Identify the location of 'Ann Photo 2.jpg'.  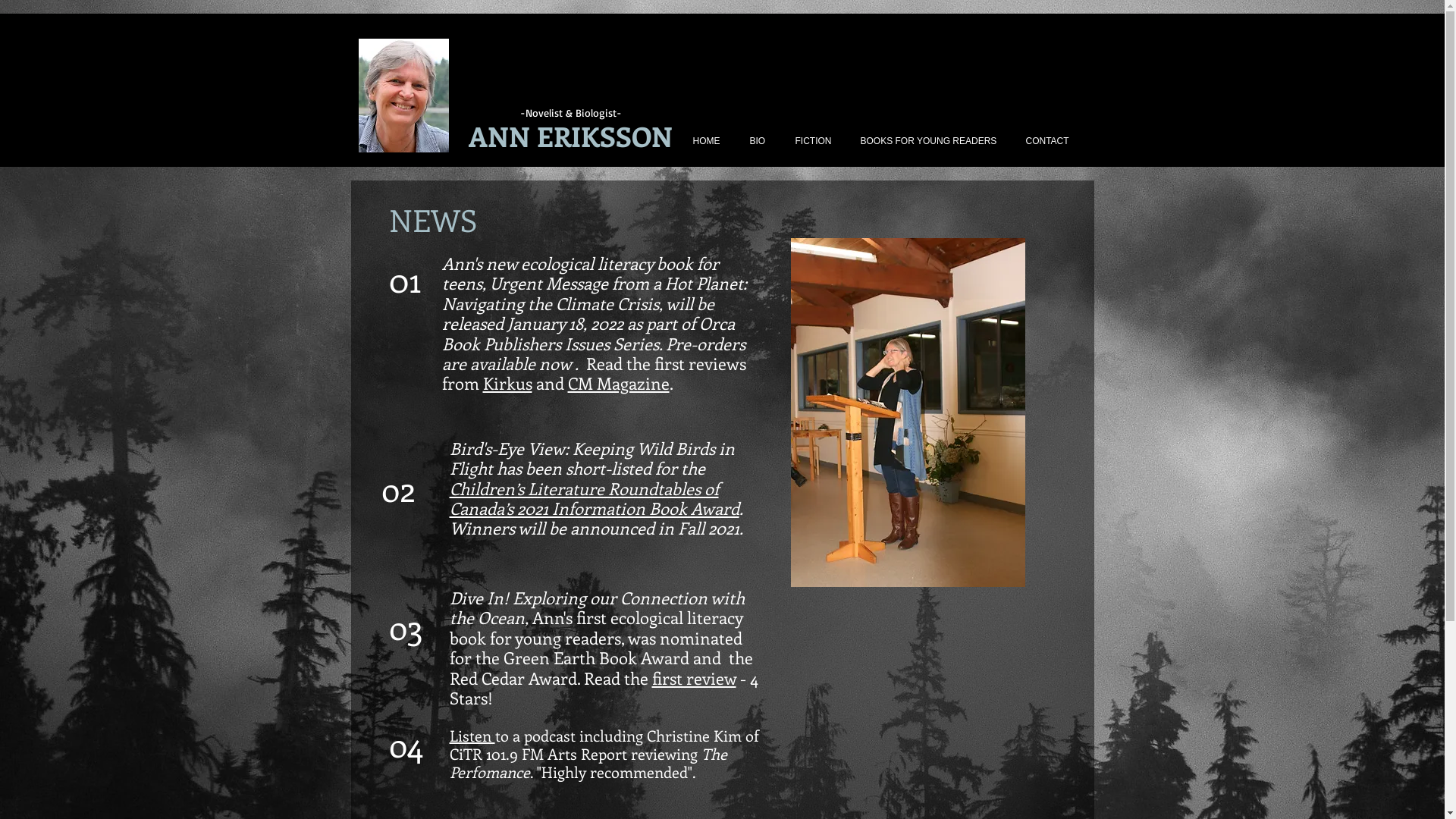
(403, 96).